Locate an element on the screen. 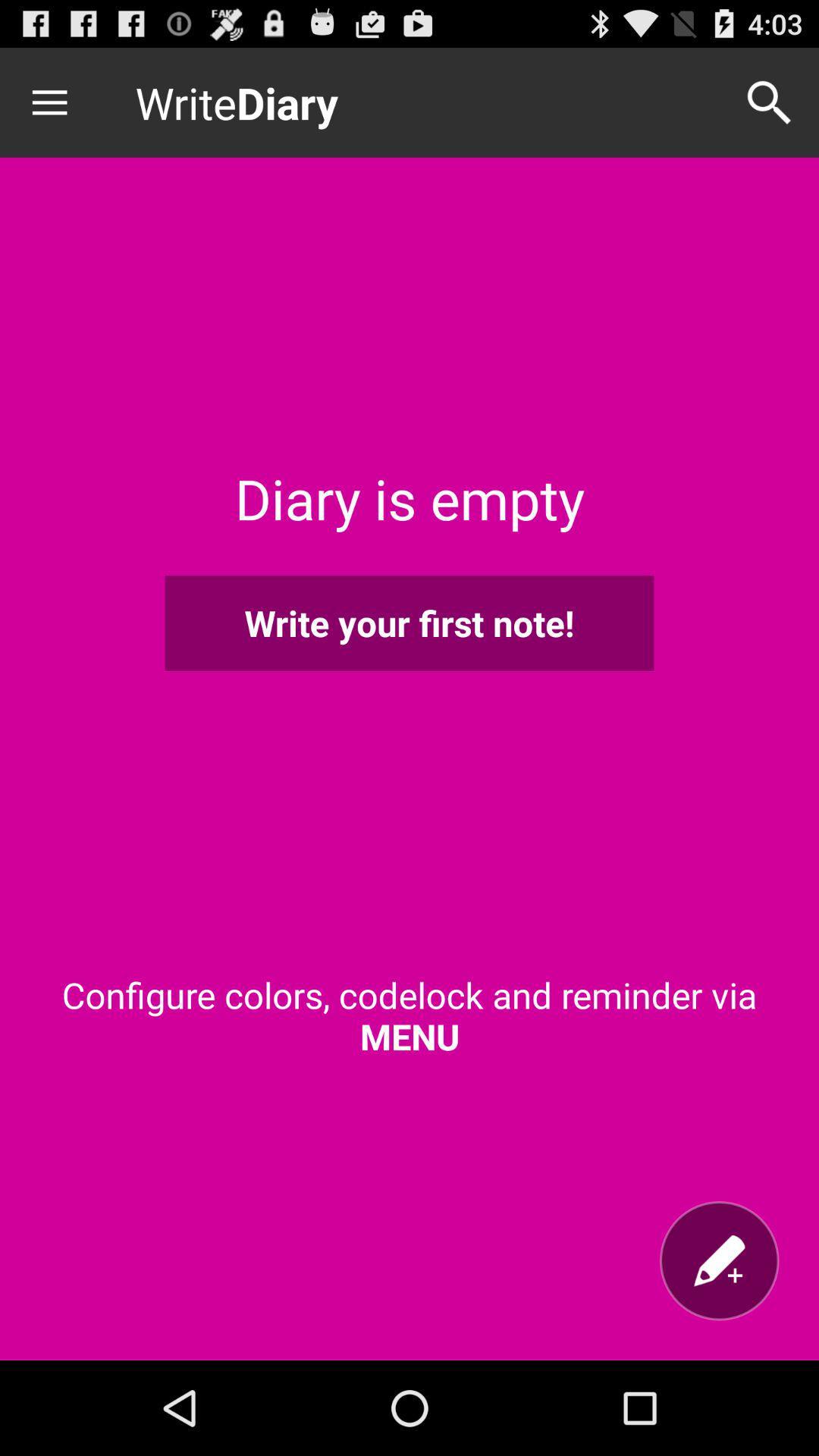 This screenshot has height=1456, width=819. write your first button is located at coordinates (409, 623).